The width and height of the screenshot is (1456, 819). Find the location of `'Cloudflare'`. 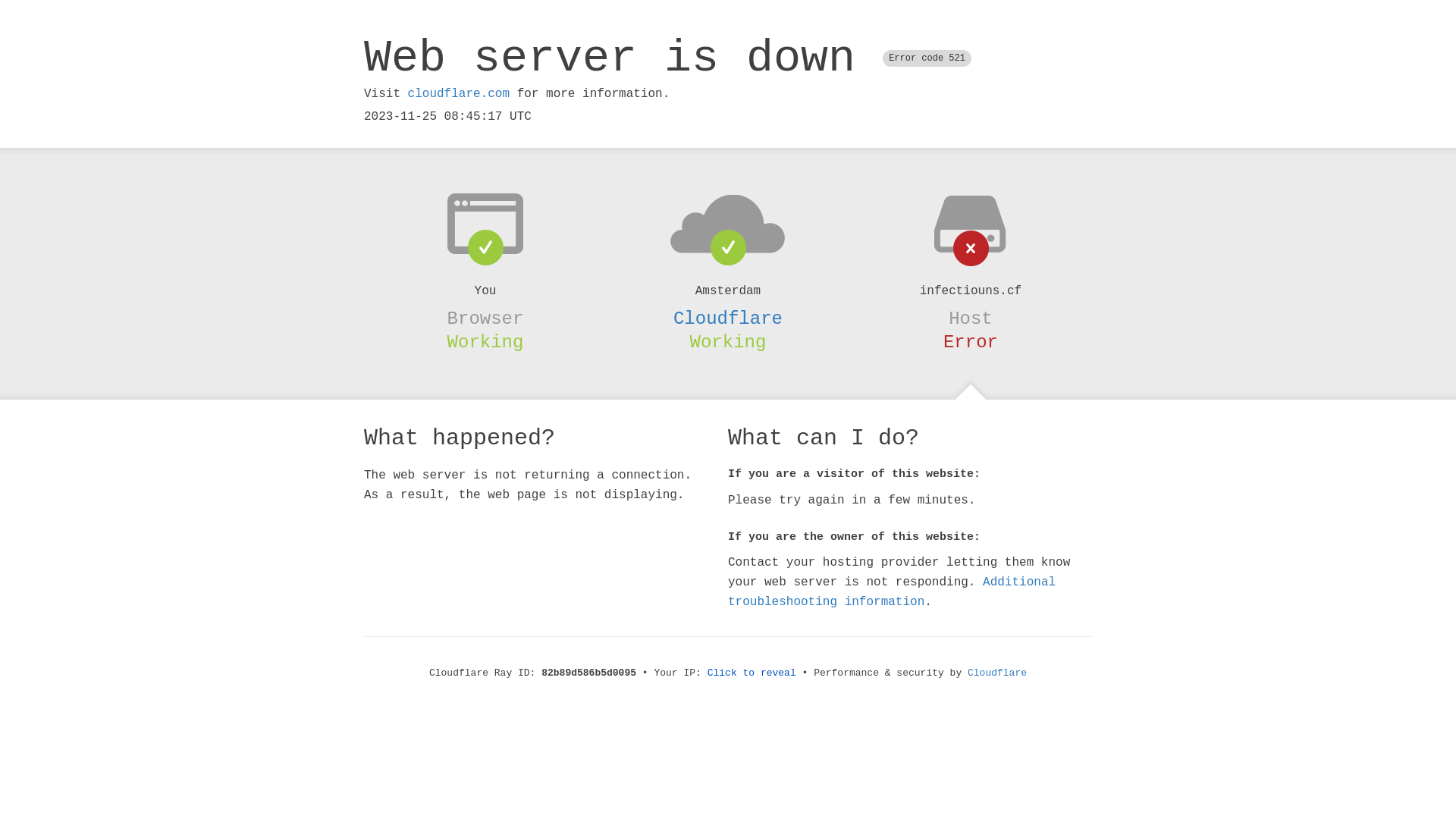

'Cloudflare' is located at coordinates (997, 672).